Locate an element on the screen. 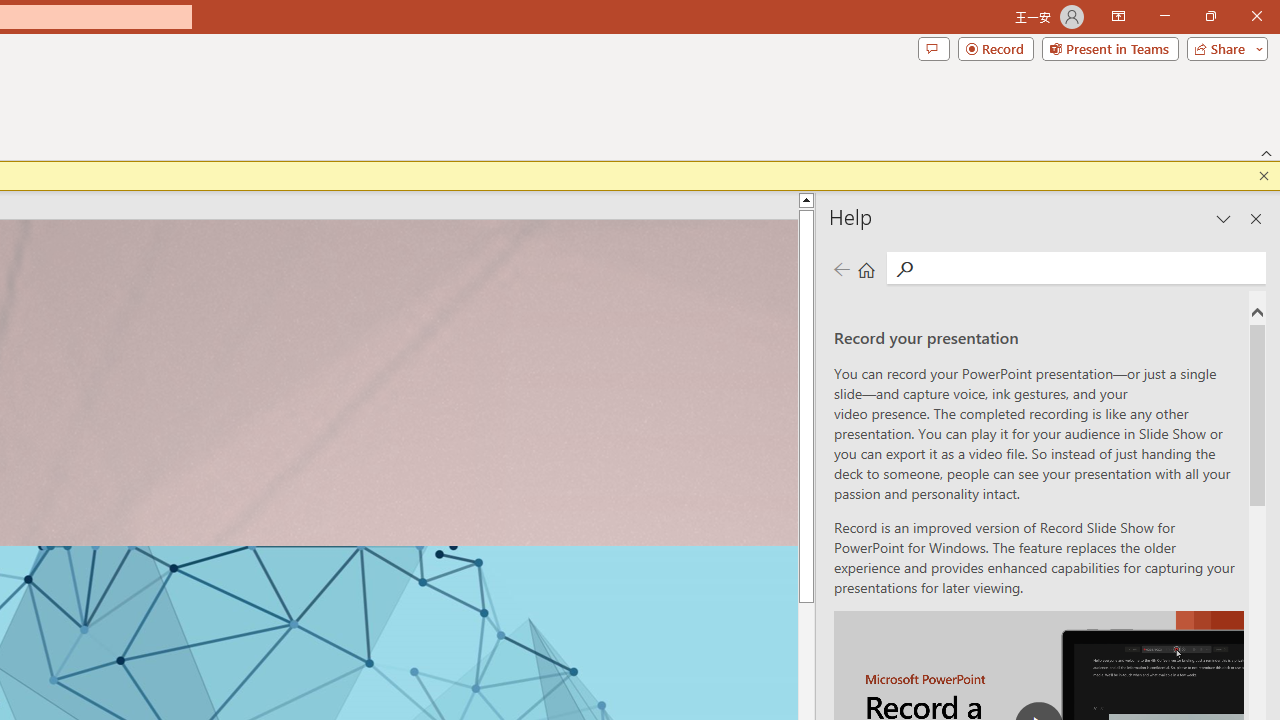 This screenshot has width=1280, height=720. 'Record' is located at coordinates (995, 47).